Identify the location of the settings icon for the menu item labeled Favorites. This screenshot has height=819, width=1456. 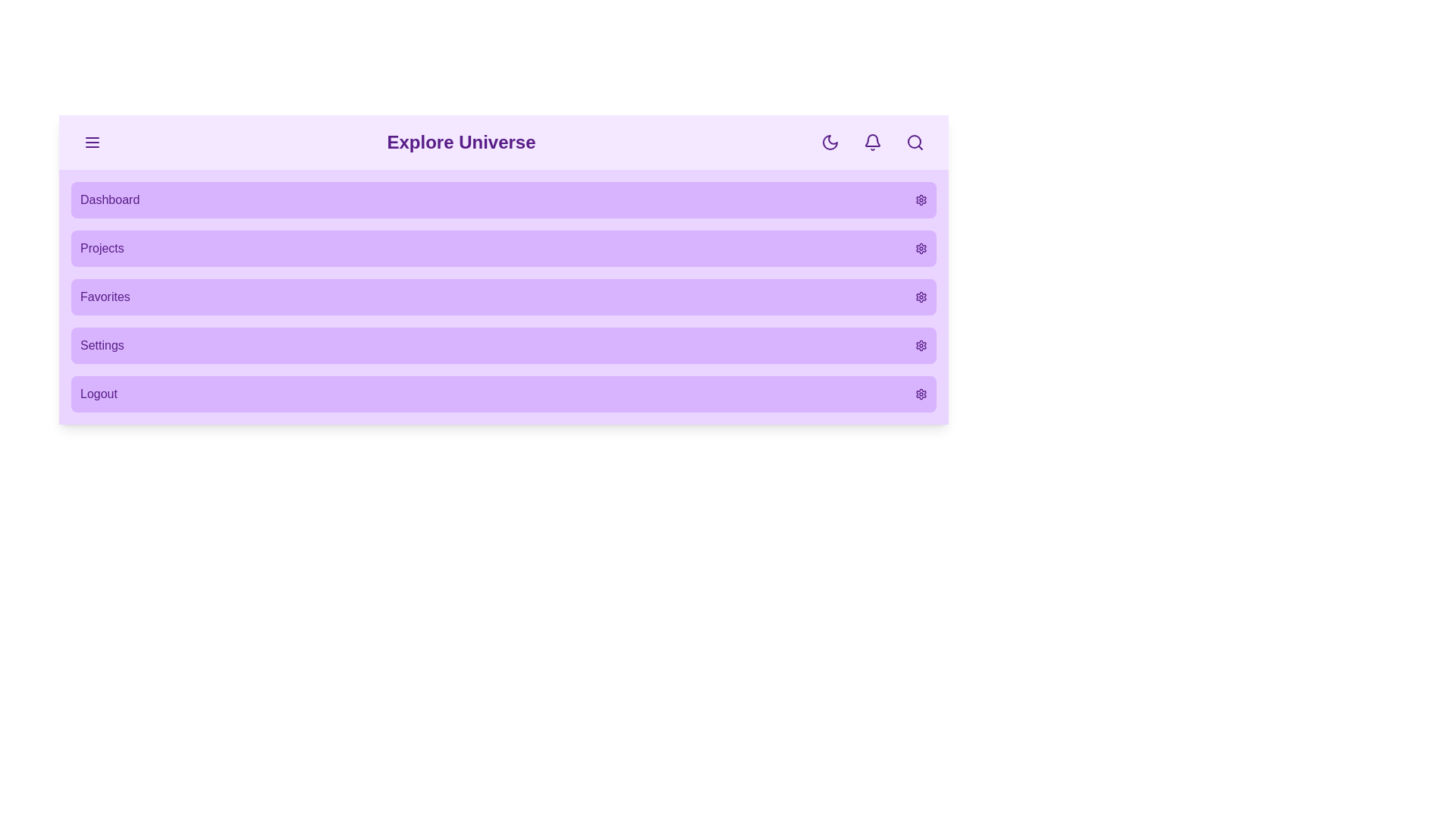
(920, 297).